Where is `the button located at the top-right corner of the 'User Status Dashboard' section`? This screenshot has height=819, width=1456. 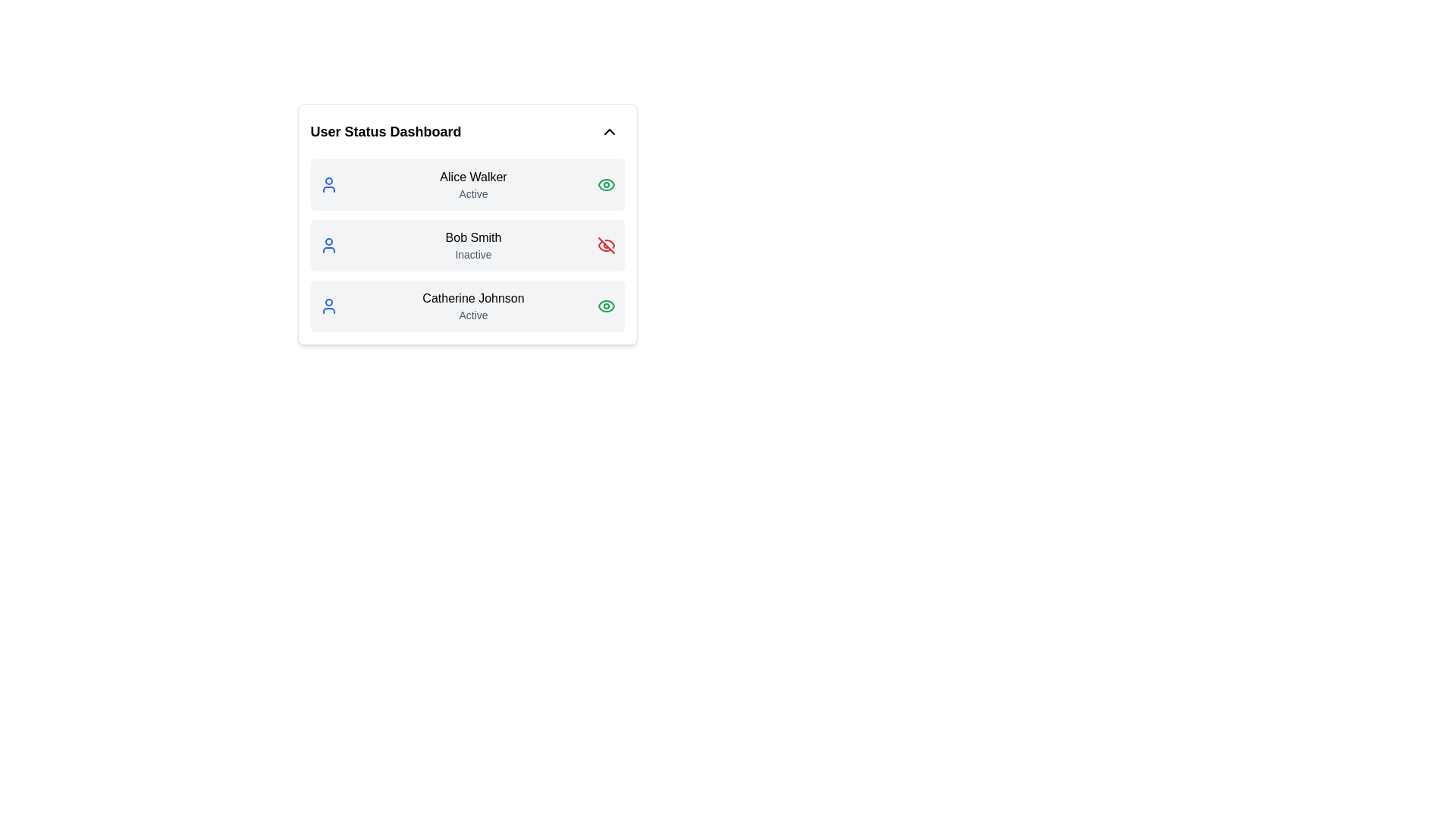
the button located at the top-right corner of the 'User Status Dashboard' section is located at coordinates (609, 130).